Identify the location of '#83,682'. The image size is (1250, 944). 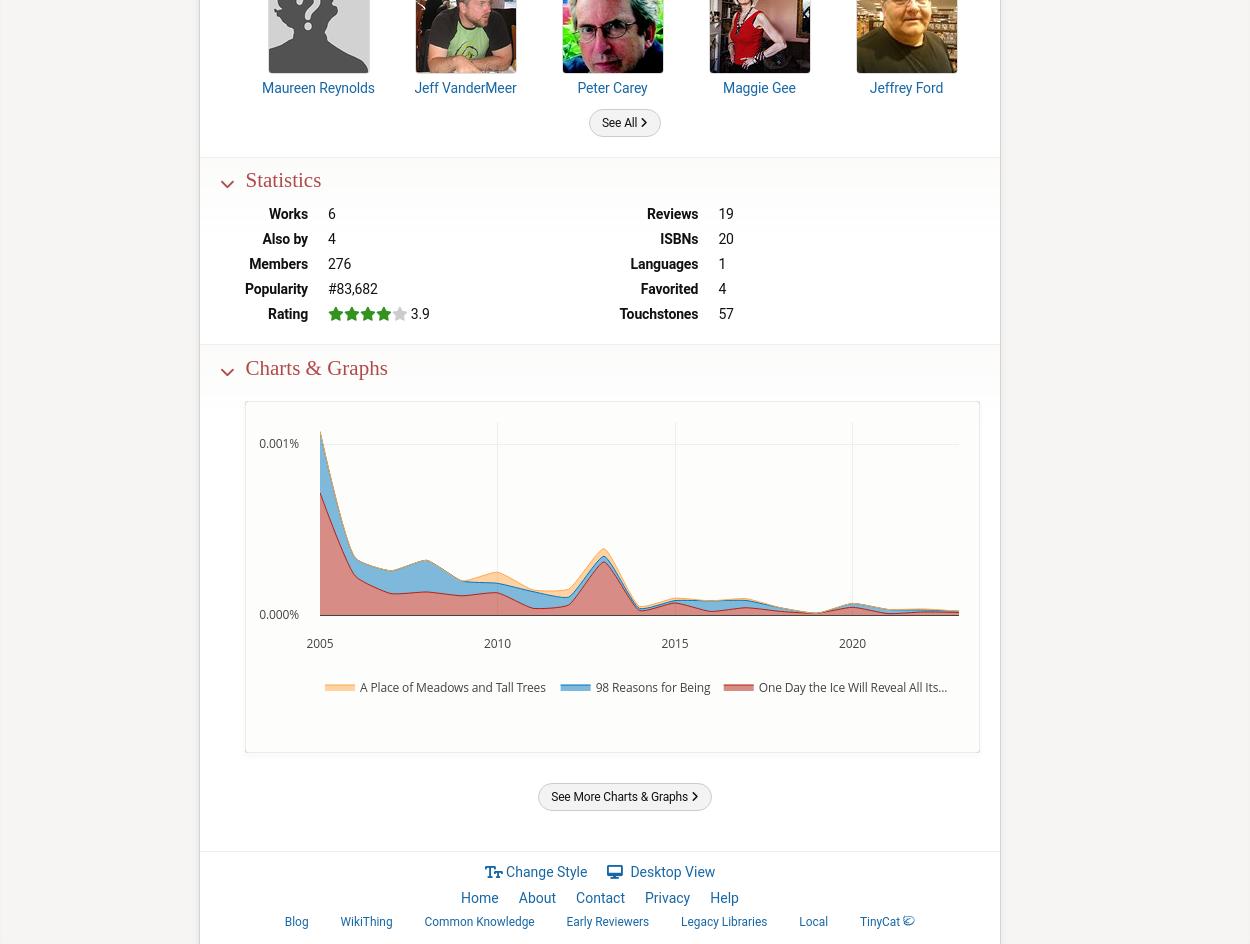
(351, 288).